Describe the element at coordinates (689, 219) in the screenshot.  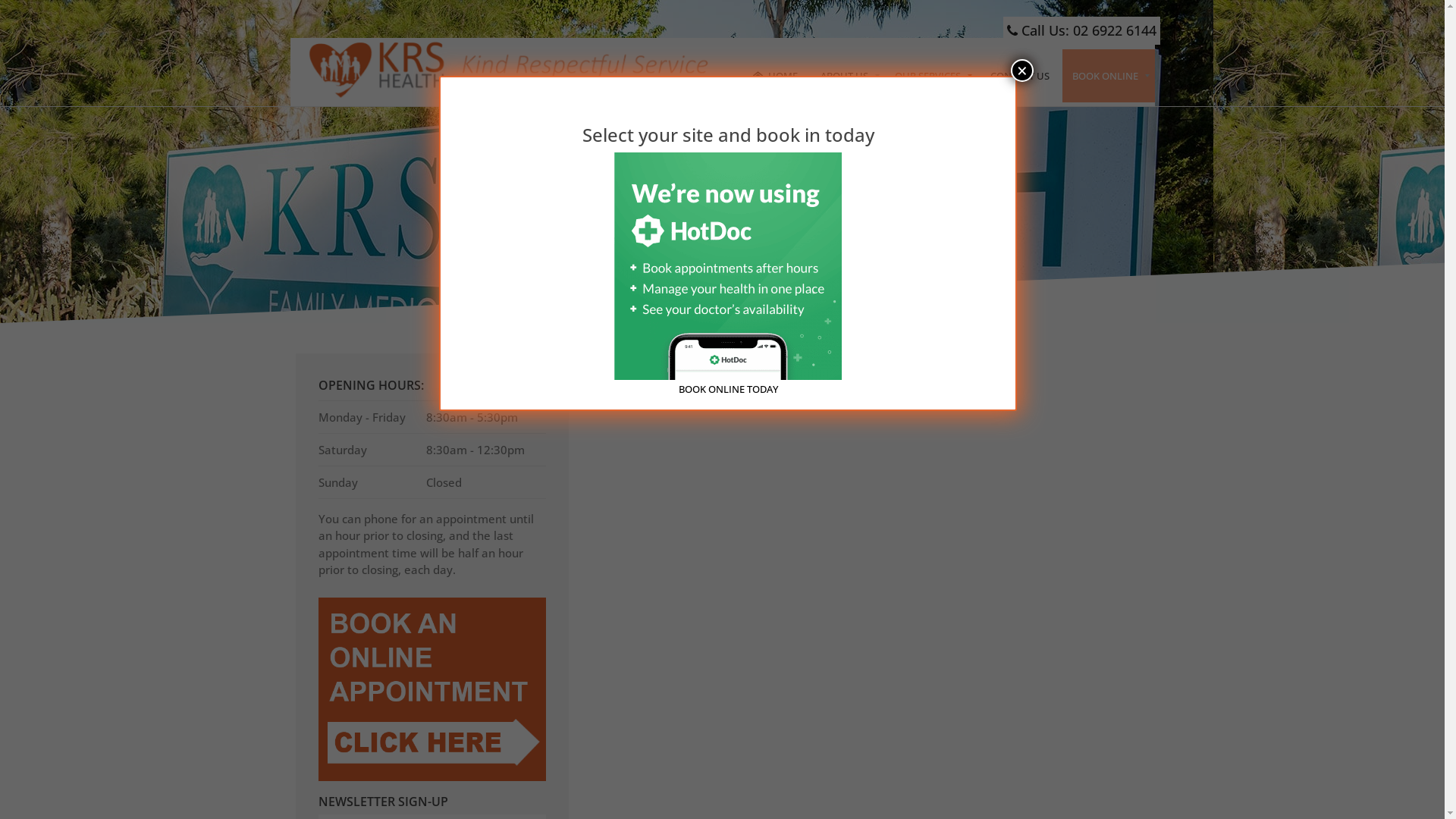
I see `'Home'` at that location.